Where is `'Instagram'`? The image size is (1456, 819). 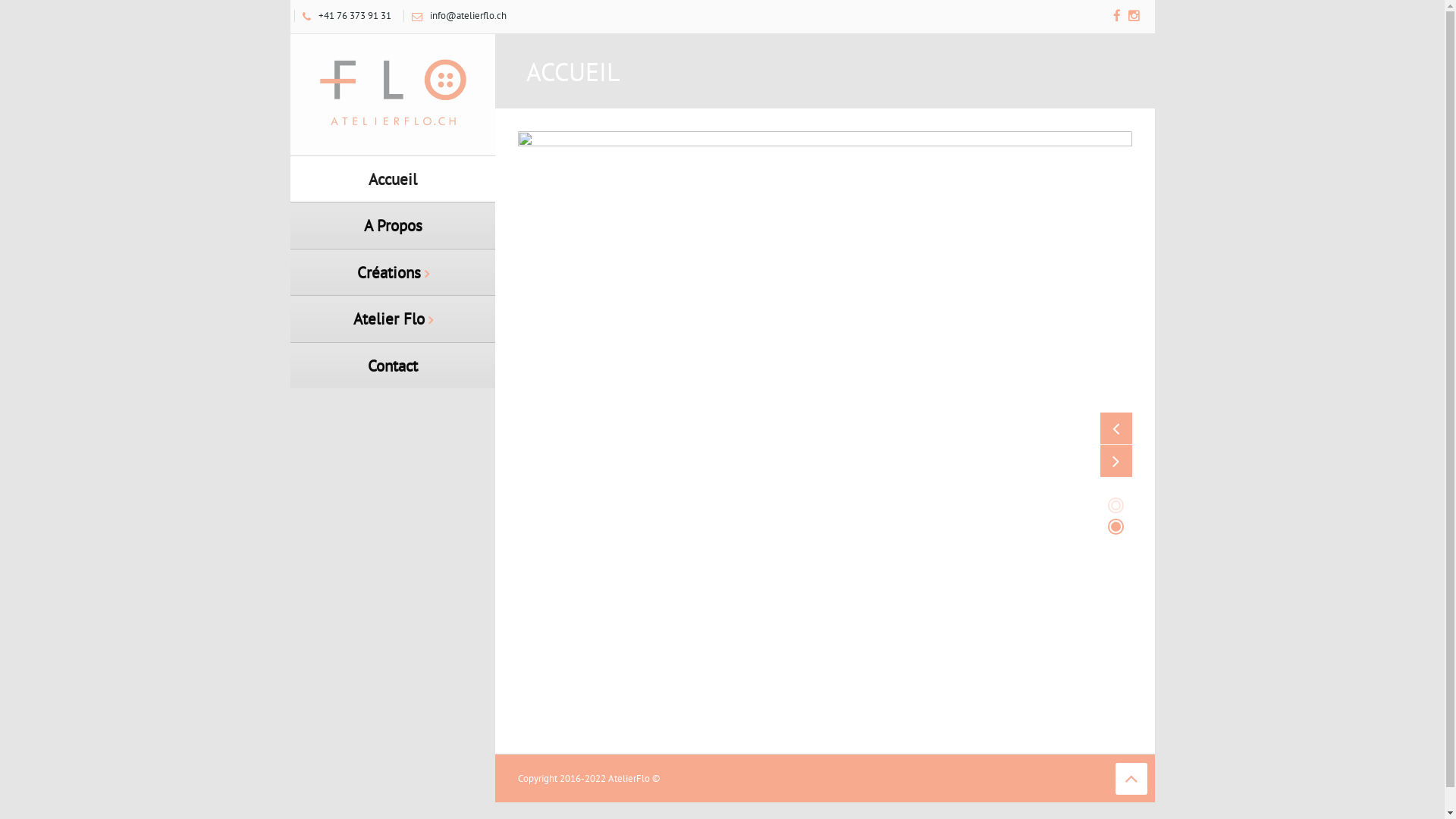
'Instagram' is located at coordinates (1134, 17).